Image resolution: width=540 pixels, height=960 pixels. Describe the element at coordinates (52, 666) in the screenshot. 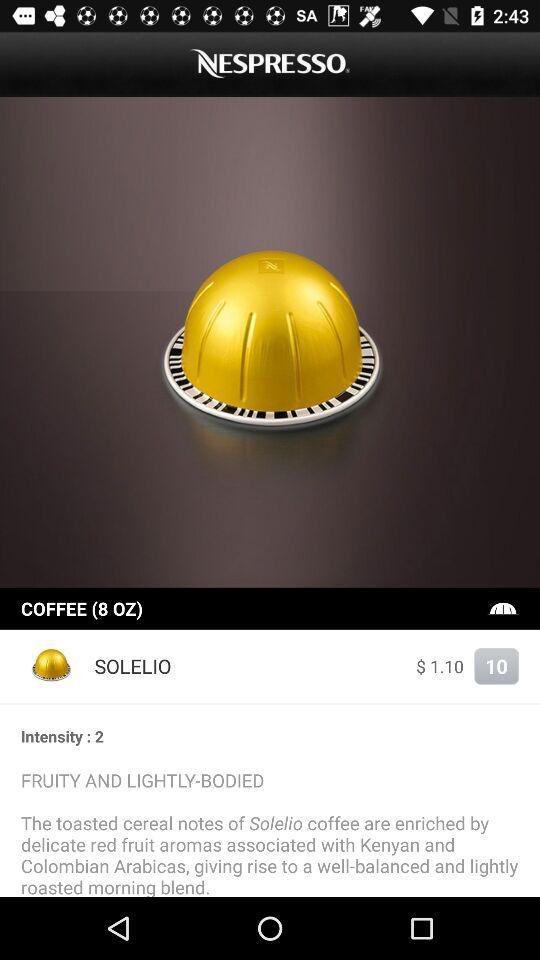

I see `item next to the solelio item` at that location.